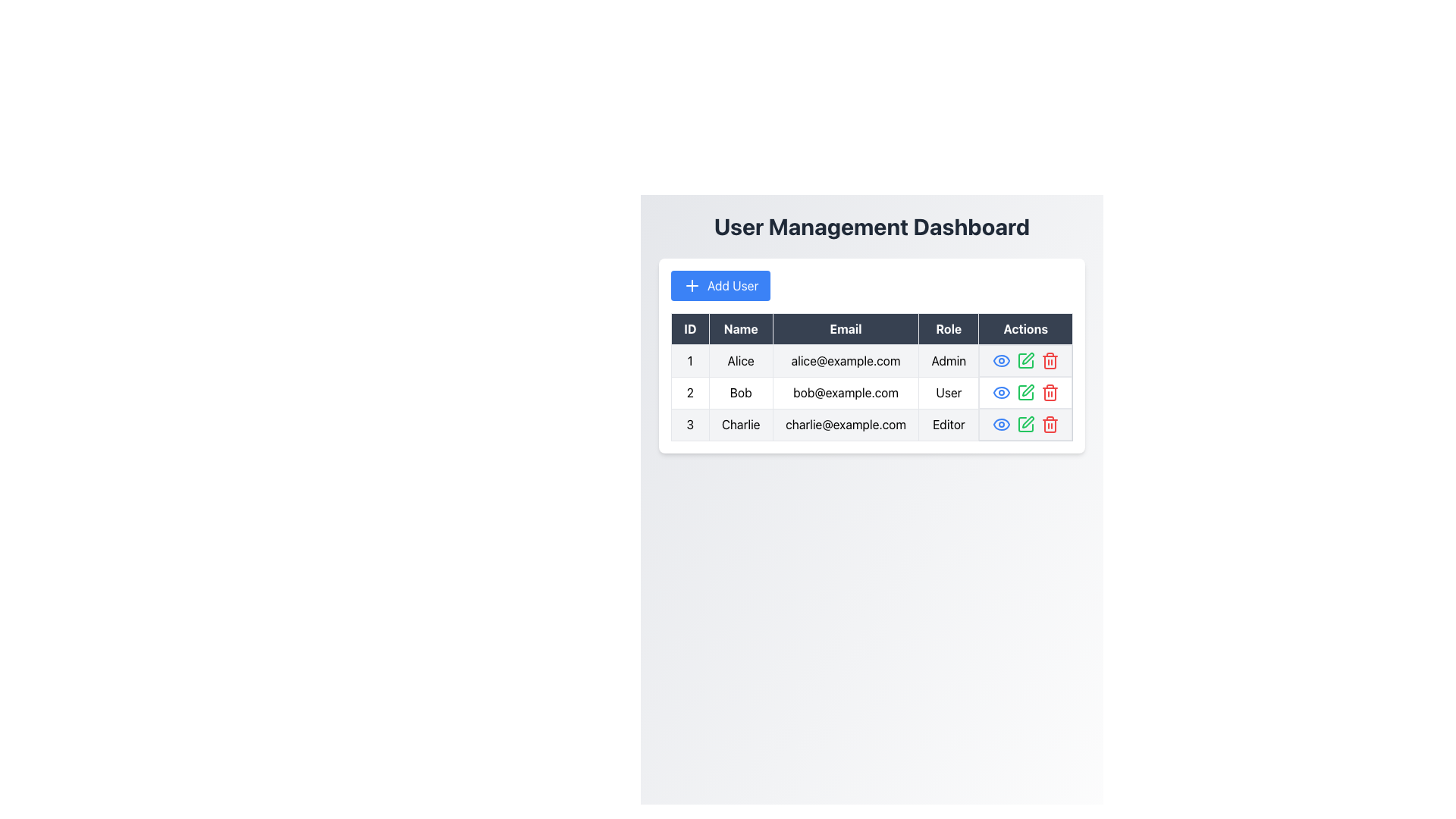  Describe the element at coordinates (1049, 424) in the screenshot. I see `the red-colored trash bin icon button located in the 'Actions' column of the third row for the user with ID 3` at that location.